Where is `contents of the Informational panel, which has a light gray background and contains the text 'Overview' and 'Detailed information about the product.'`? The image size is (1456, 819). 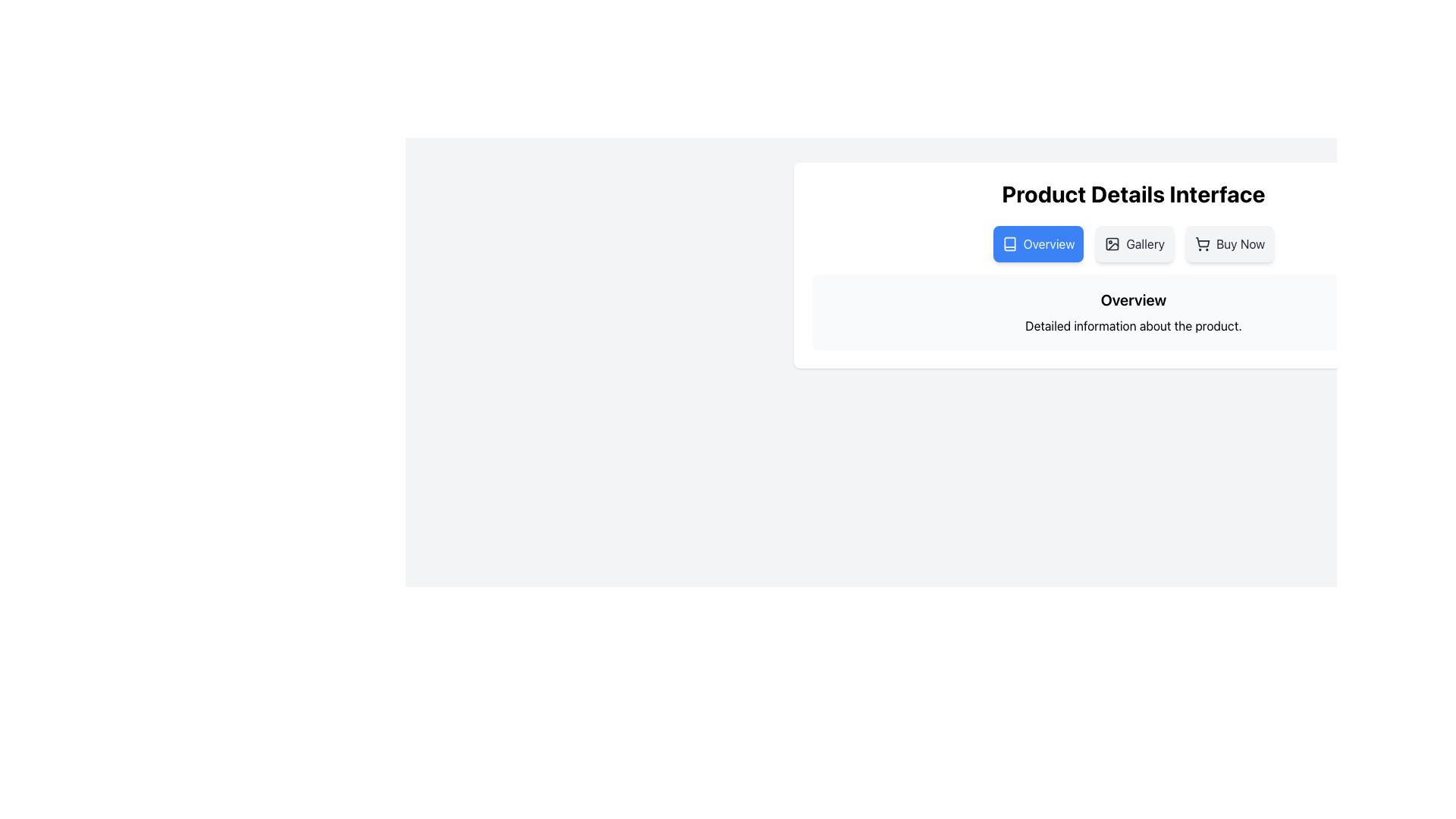
contents of the Informational panel, which has a light gray background and contains the text 'Overview' and 'Detailed information about the product.' is located at coordinates (1133, 312).